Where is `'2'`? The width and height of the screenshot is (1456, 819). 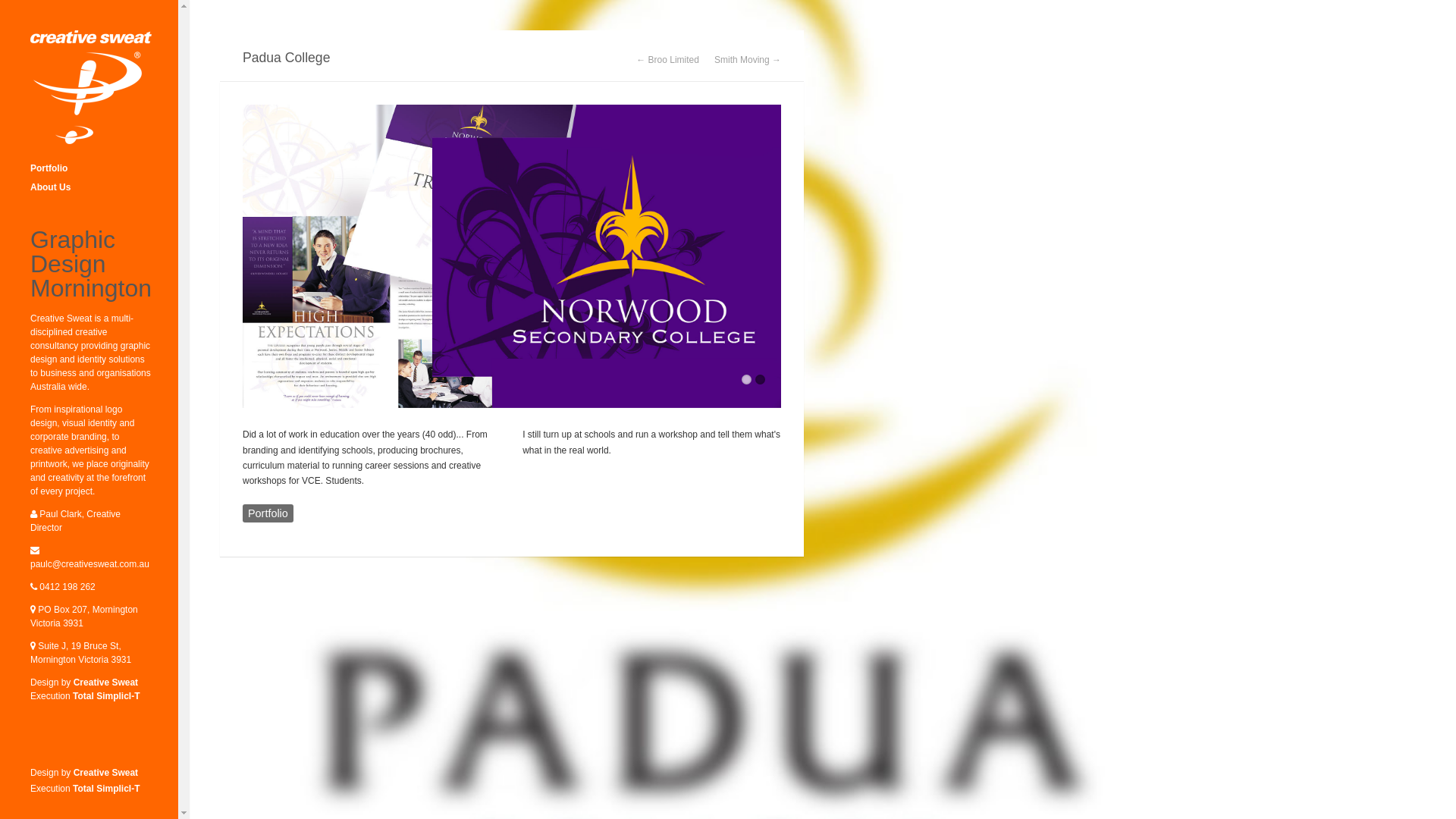
'2' is located at coordinates (760, 378).